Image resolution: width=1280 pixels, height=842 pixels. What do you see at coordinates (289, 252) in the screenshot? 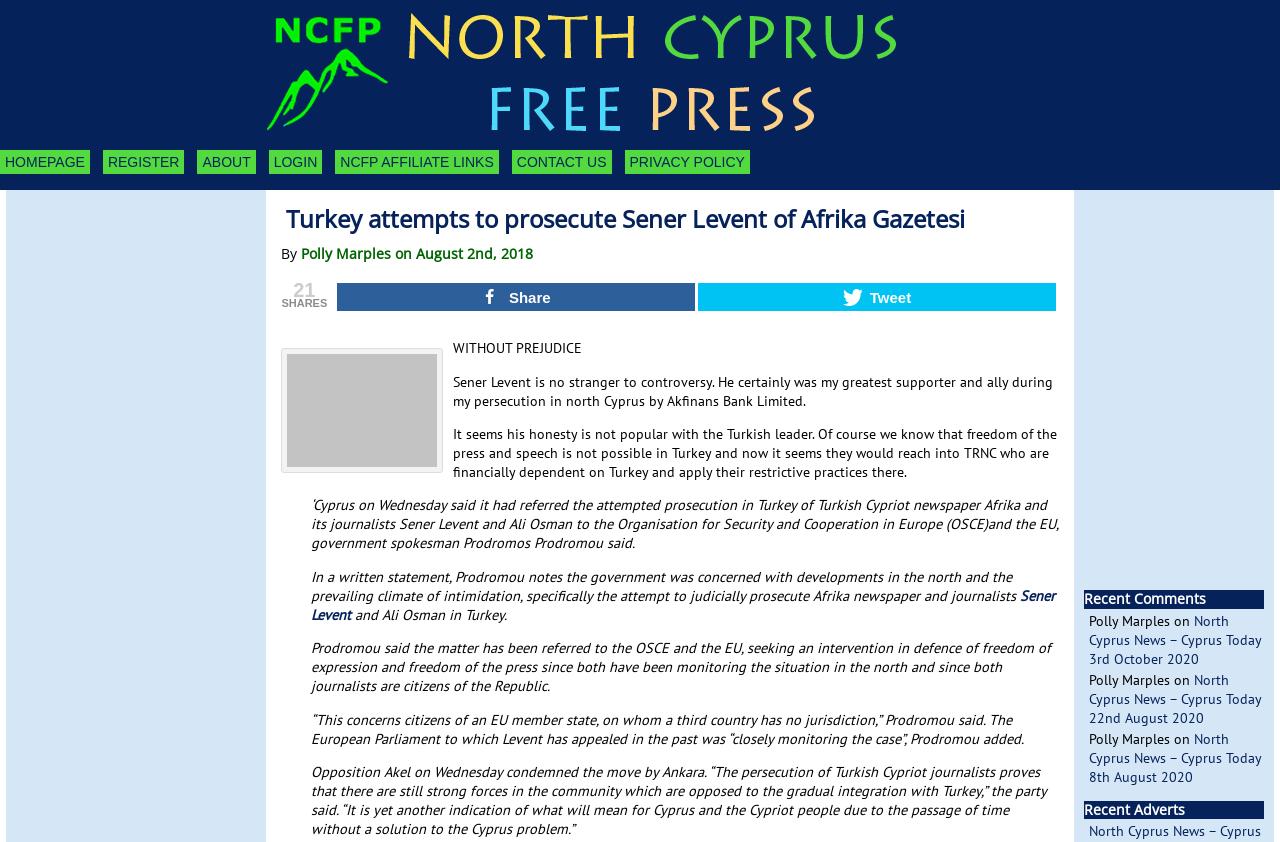
I see `'By'` at bounding box center [289, 252].